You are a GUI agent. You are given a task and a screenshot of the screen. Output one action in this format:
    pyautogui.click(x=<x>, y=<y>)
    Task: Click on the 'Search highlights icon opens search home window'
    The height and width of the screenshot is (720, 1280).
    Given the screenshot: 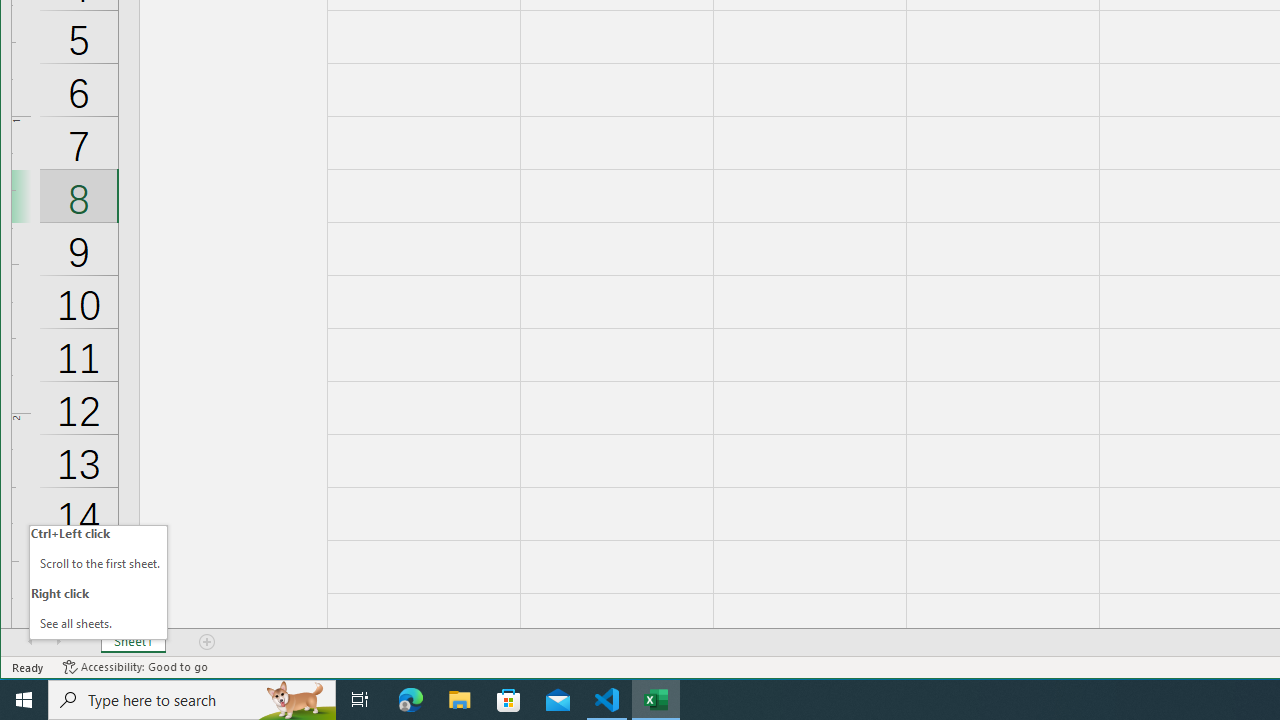 What is the action you would take?
    pyautogui.click(x=294, y=698)
    